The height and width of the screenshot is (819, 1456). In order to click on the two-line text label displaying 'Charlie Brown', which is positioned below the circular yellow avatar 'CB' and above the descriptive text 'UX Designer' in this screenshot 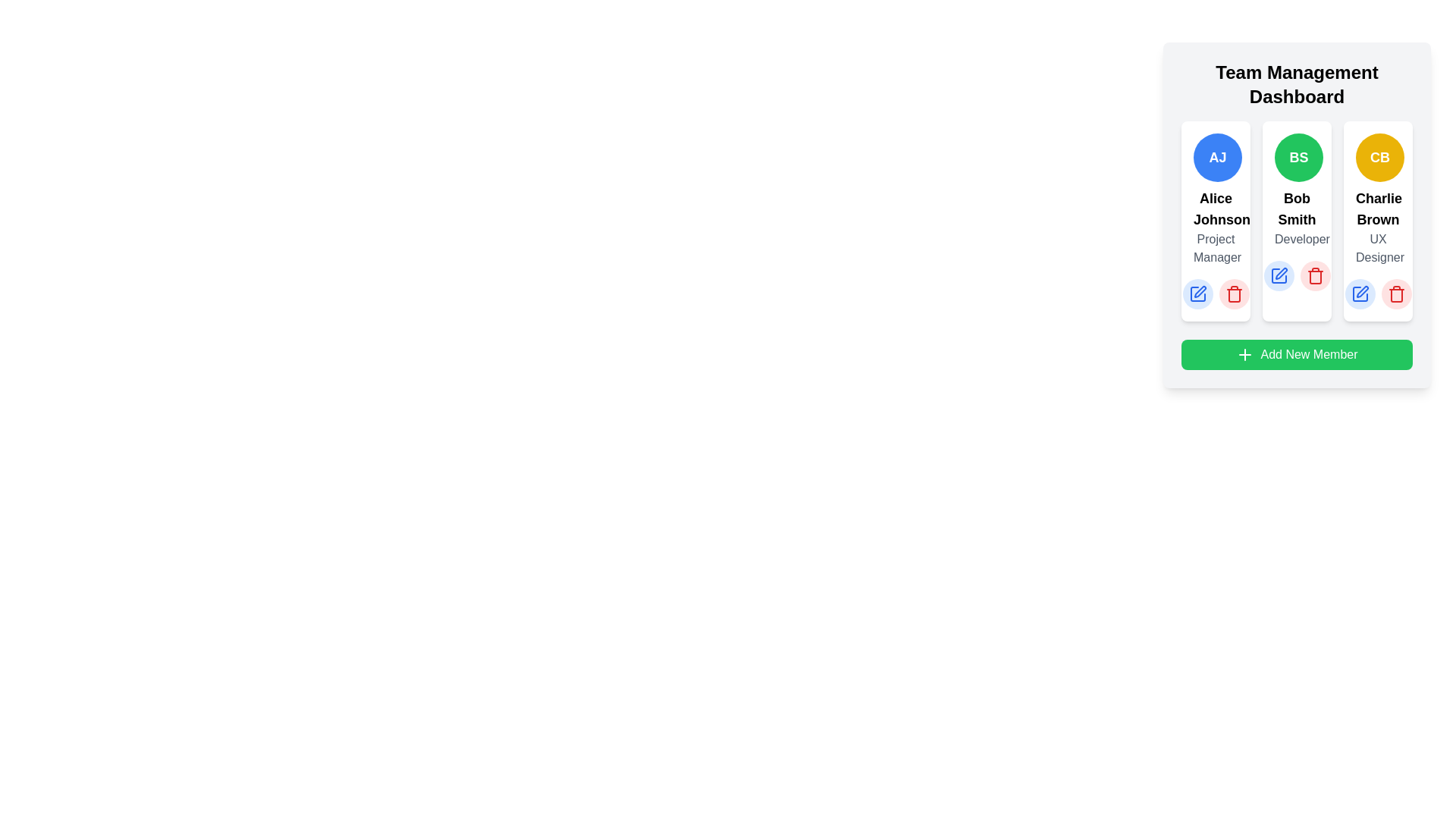, I will do `click(1378, 209)`.